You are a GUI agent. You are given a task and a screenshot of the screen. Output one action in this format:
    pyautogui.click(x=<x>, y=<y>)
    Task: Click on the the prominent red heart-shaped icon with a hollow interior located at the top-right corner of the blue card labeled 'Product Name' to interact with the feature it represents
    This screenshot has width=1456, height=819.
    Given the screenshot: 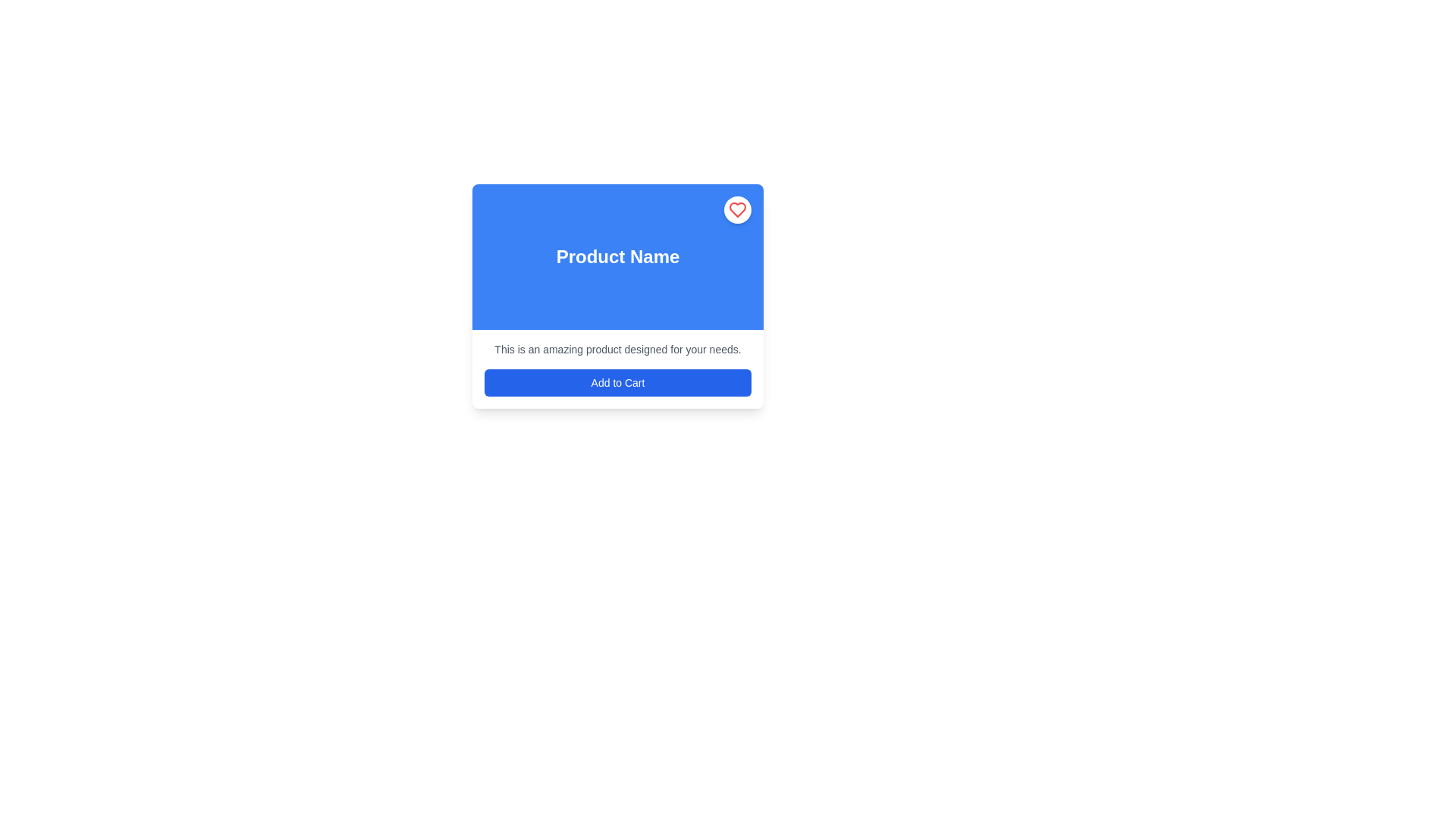 What is the action you would take?
    pyautogui.click(x=738, y=210)
    